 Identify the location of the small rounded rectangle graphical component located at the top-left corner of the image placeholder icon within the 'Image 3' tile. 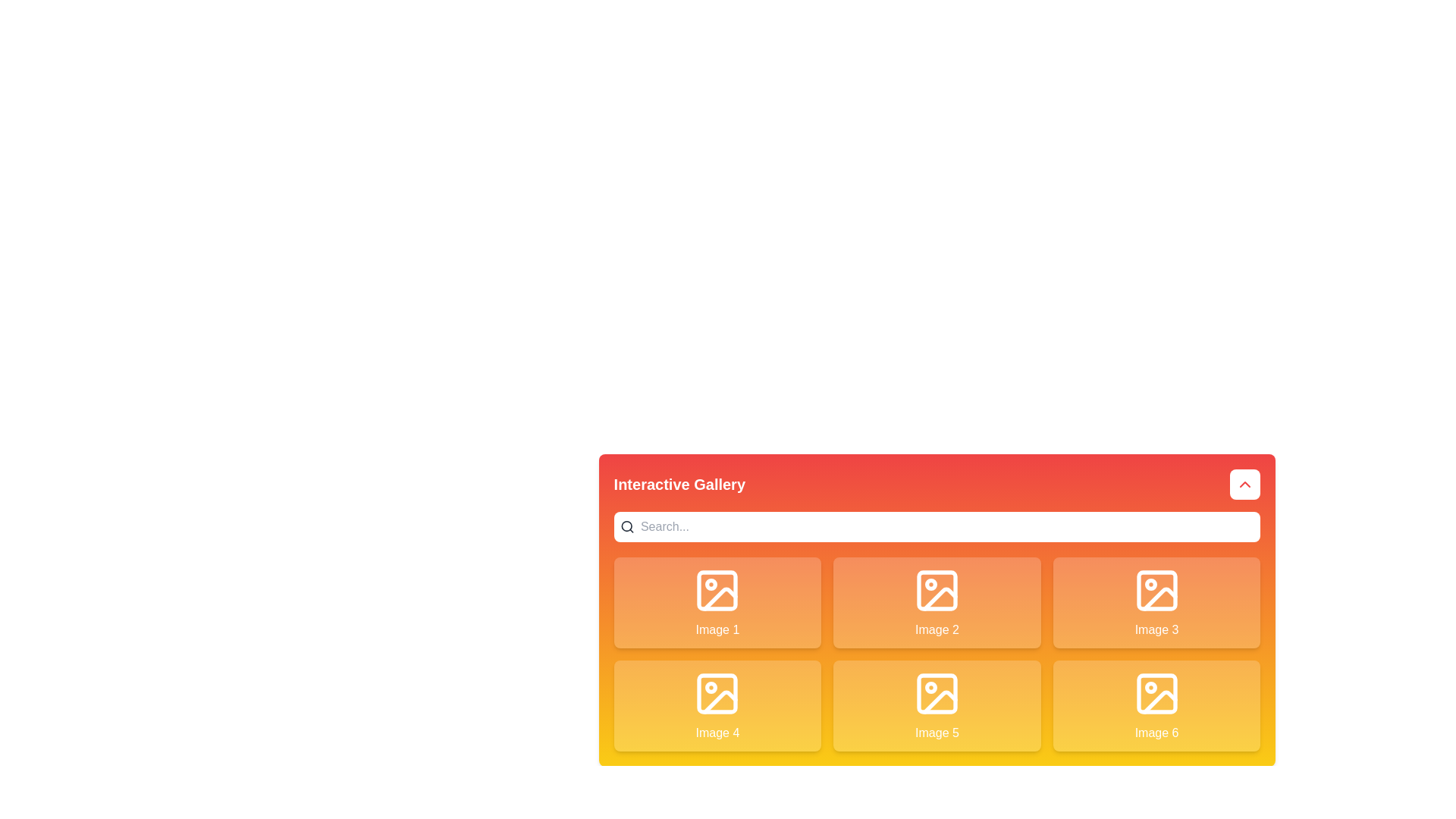
(1156, 590).